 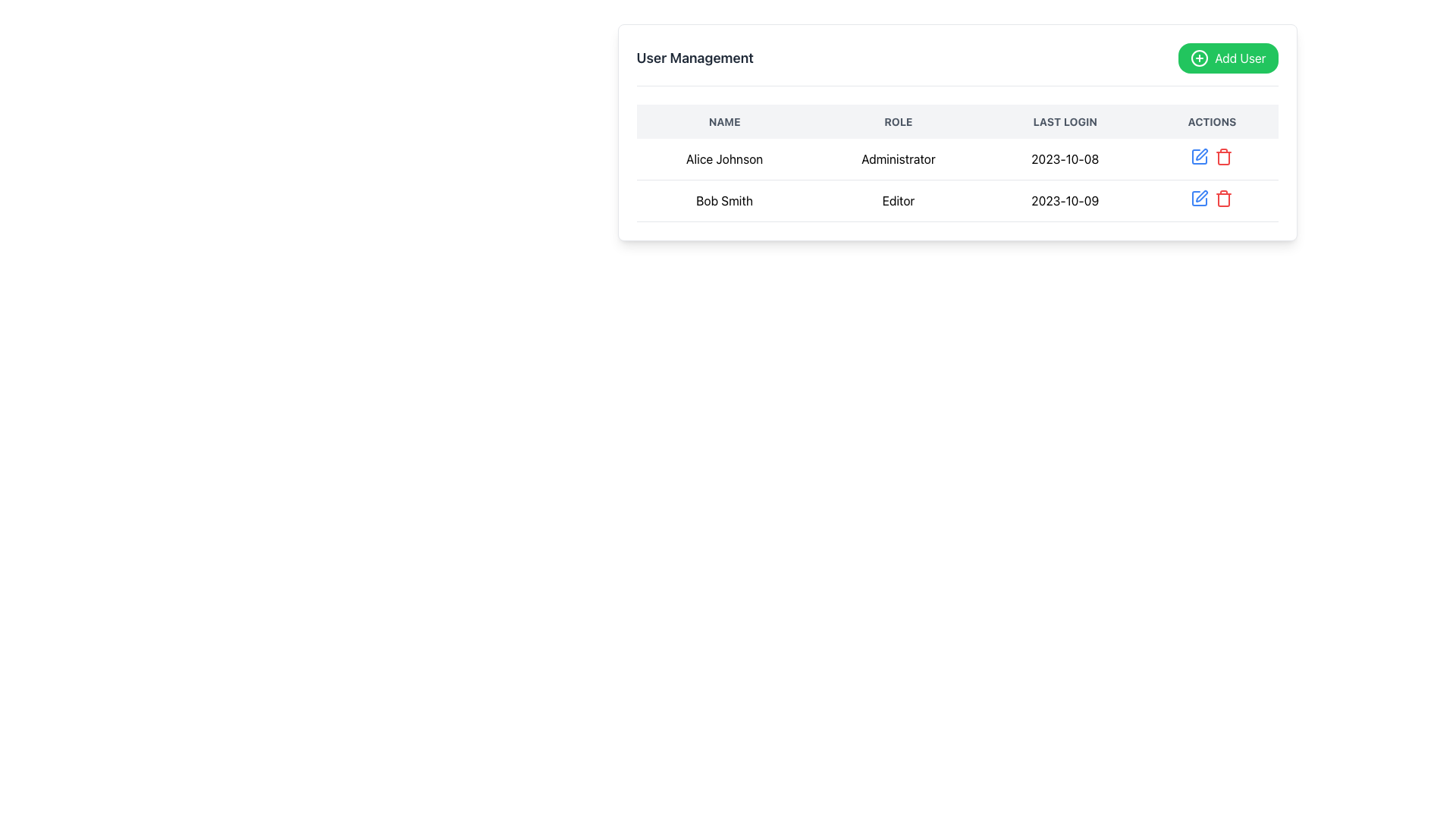 I want to click on the edit icon button in the 'ACTIONS' column of the second row in the user management table, so click(x=1199, y=198).